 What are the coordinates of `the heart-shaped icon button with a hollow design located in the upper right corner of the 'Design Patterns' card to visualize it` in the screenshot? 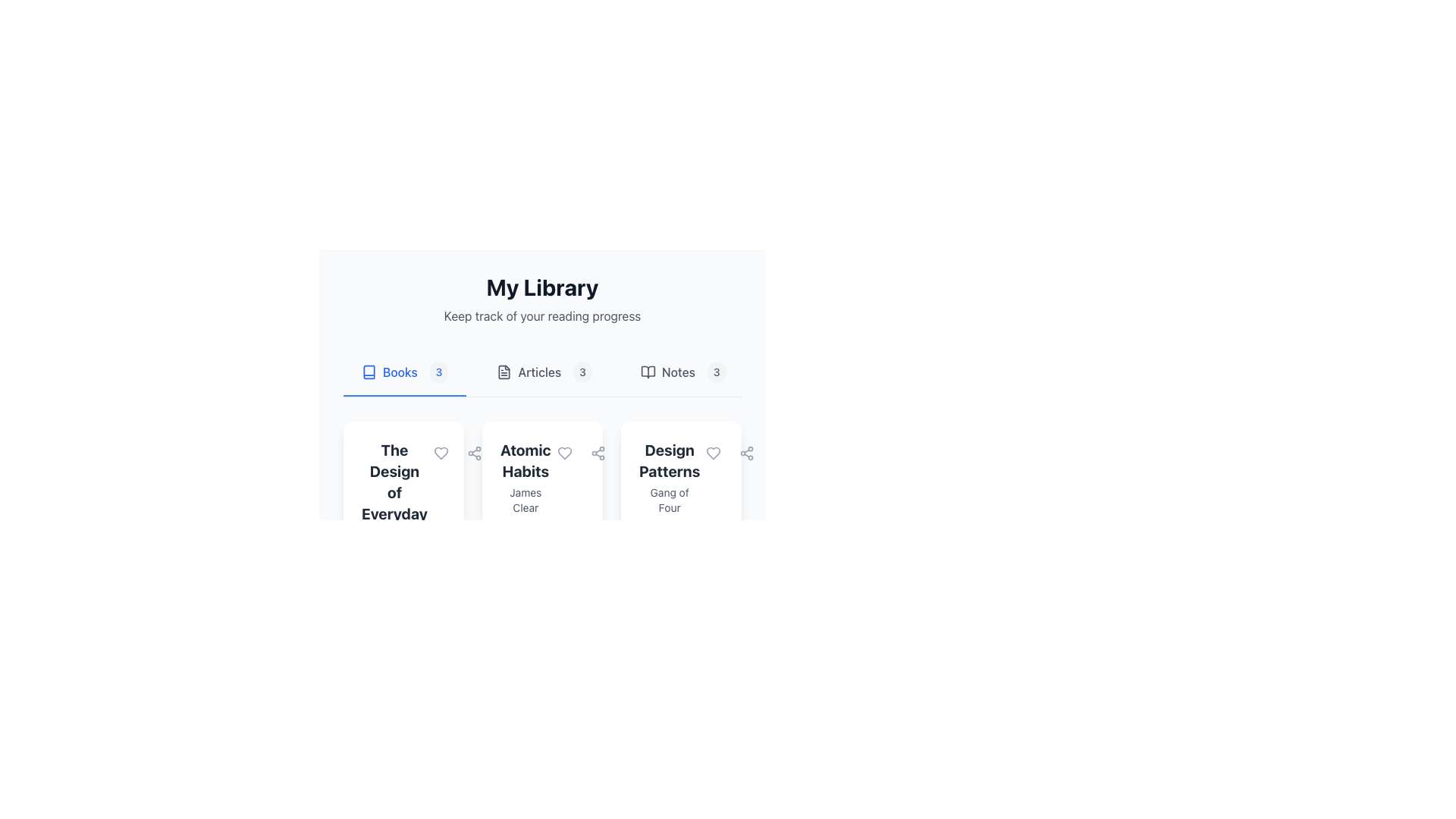 It's located at (713, 452).